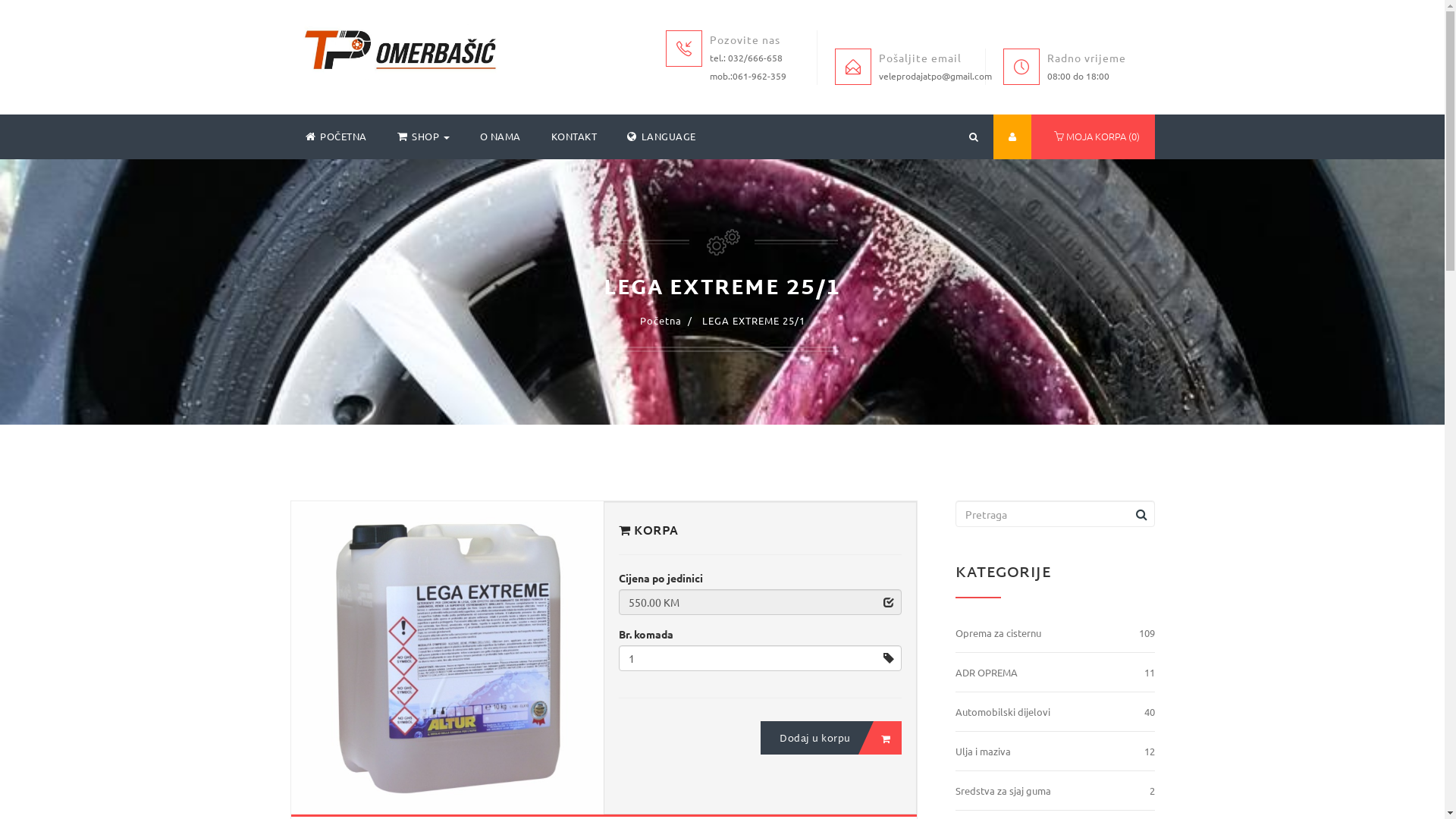  Describe the element at coordinates (423, 136) in the screenshot. I see `'SHOP'` at that location.